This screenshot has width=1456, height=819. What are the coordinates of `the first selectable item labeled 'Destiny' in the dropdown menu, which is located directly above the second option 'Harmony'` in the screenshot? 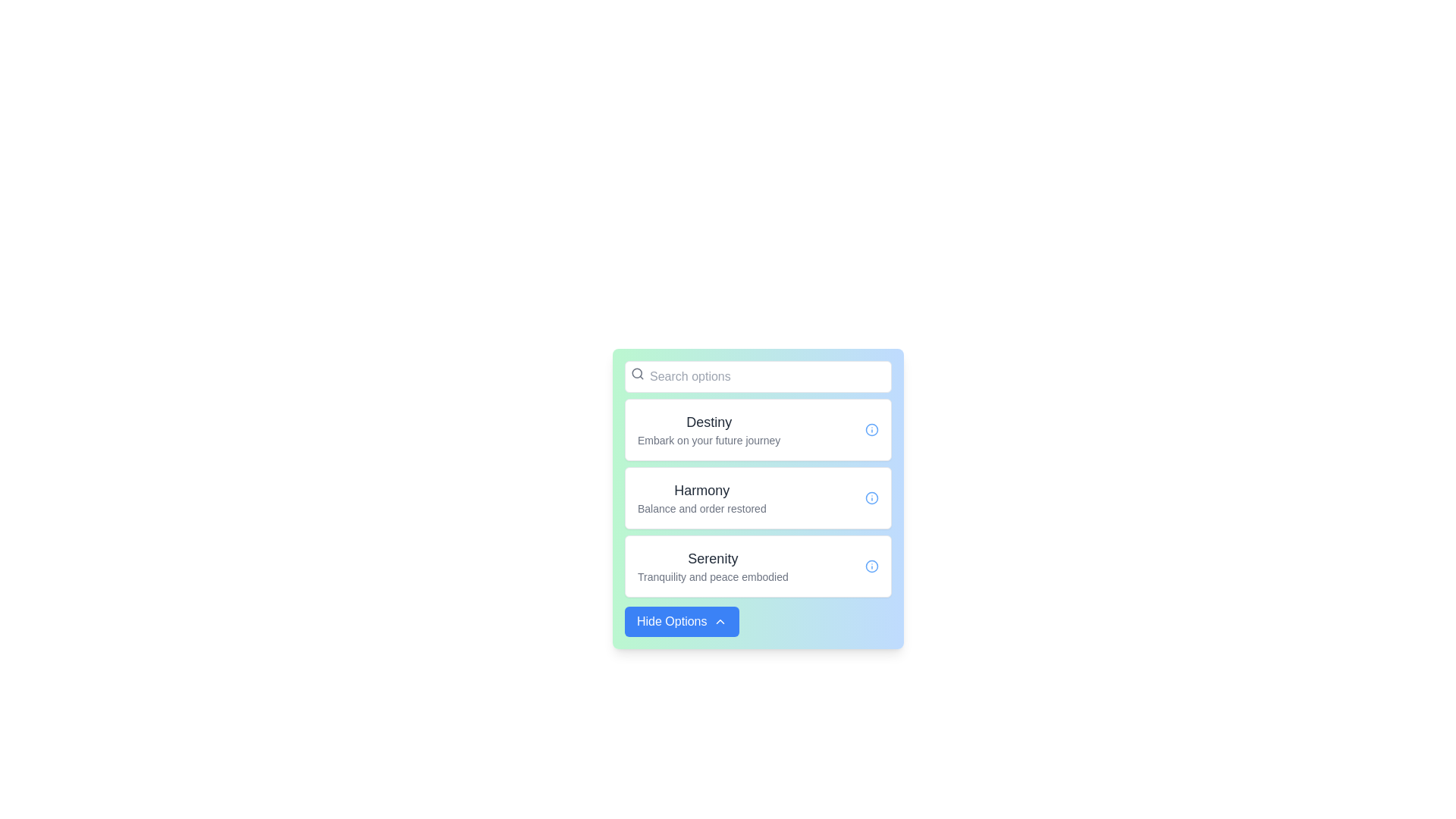 It's located at (758, 430).